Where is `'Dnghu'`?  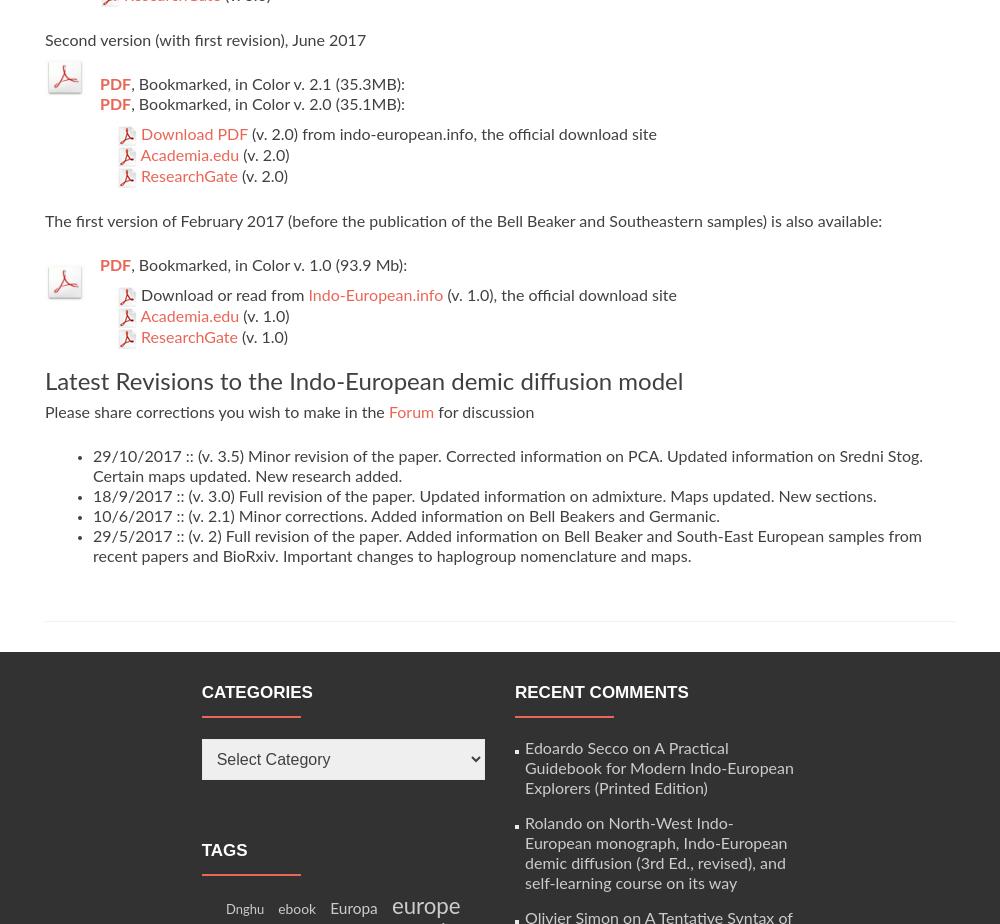
'Dnghu' is located at coordinates (244, 909).